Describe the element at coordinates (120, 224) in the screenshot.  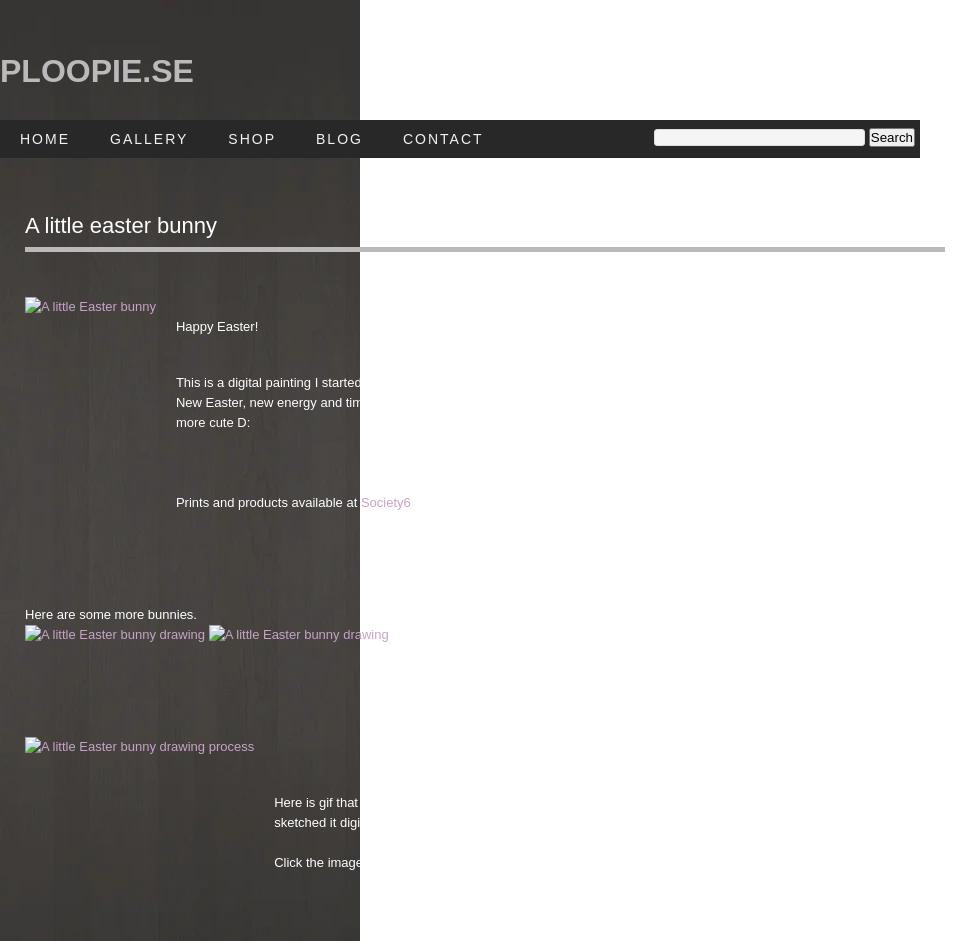
I see `'A little easter bunny'` at that location.